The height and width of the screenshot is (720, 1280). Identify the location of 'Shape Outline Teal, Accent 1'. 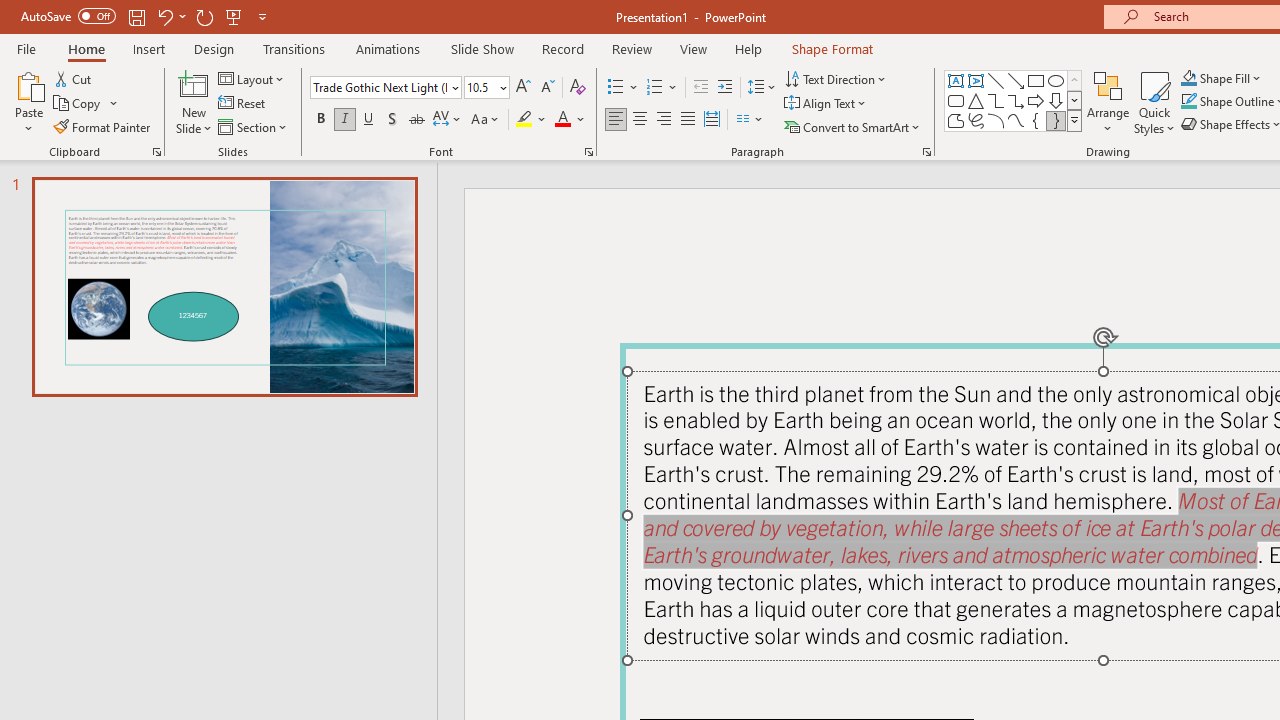
(1189, 101).